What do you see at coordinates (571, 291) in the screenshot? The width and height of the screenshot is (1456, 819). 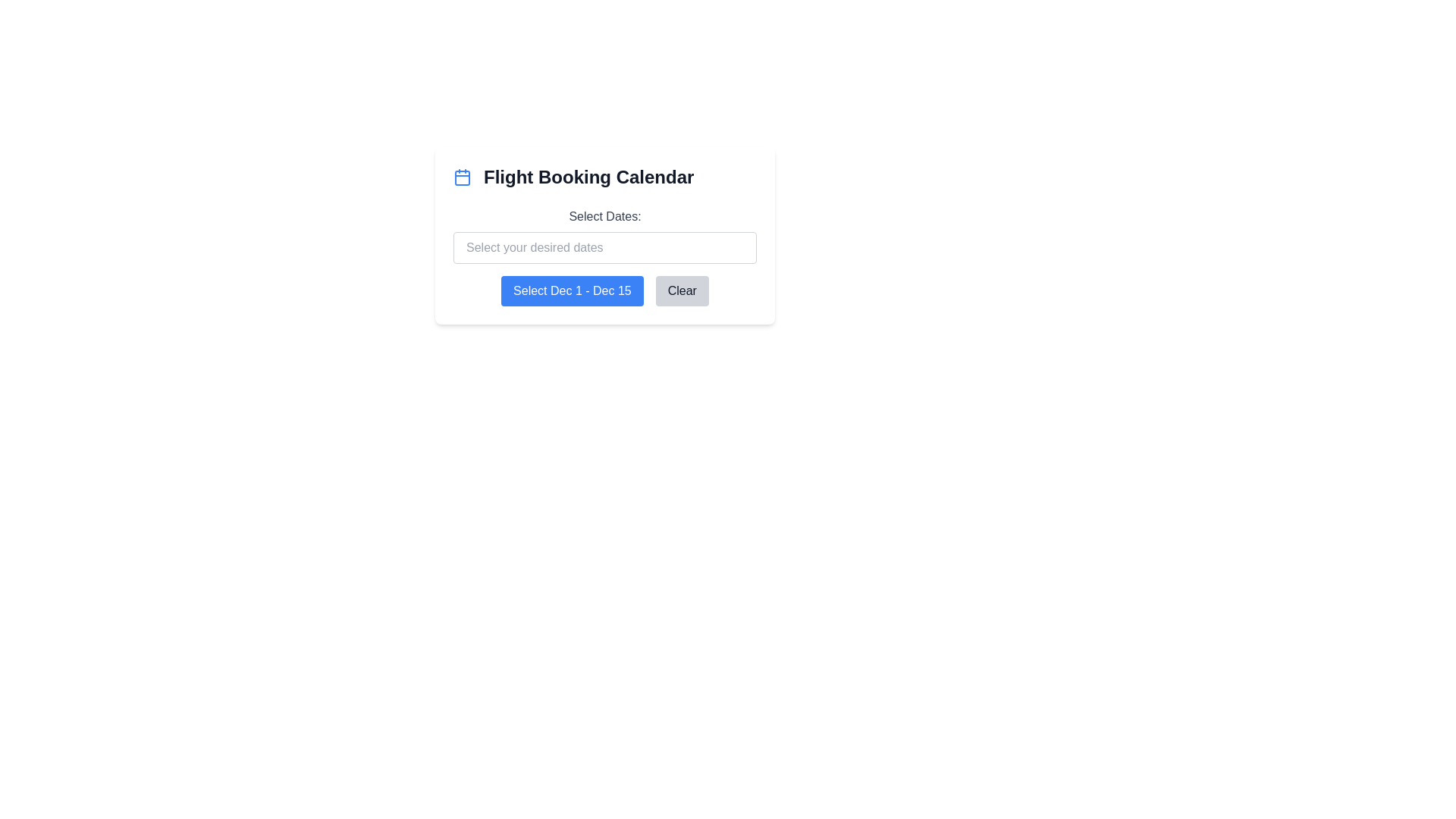 I see `the button labeled 'Select Dec 1 - Dec 15' with a blue background and rounded corners` at bounding box center [571, 291].